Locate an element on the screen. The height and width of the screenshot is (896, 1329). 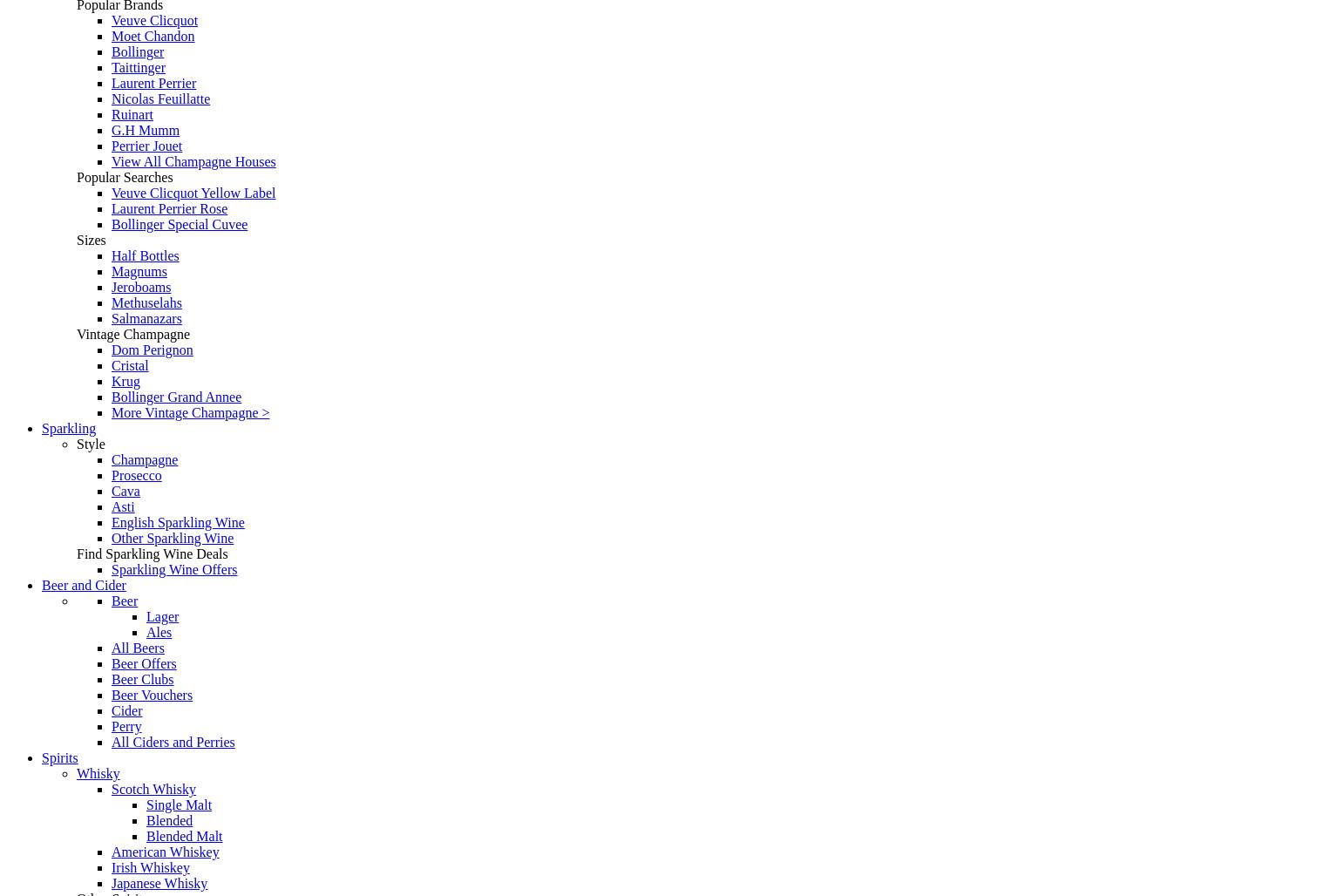
'Bollinger Grand Annee' is located at coordinates (176, 396).